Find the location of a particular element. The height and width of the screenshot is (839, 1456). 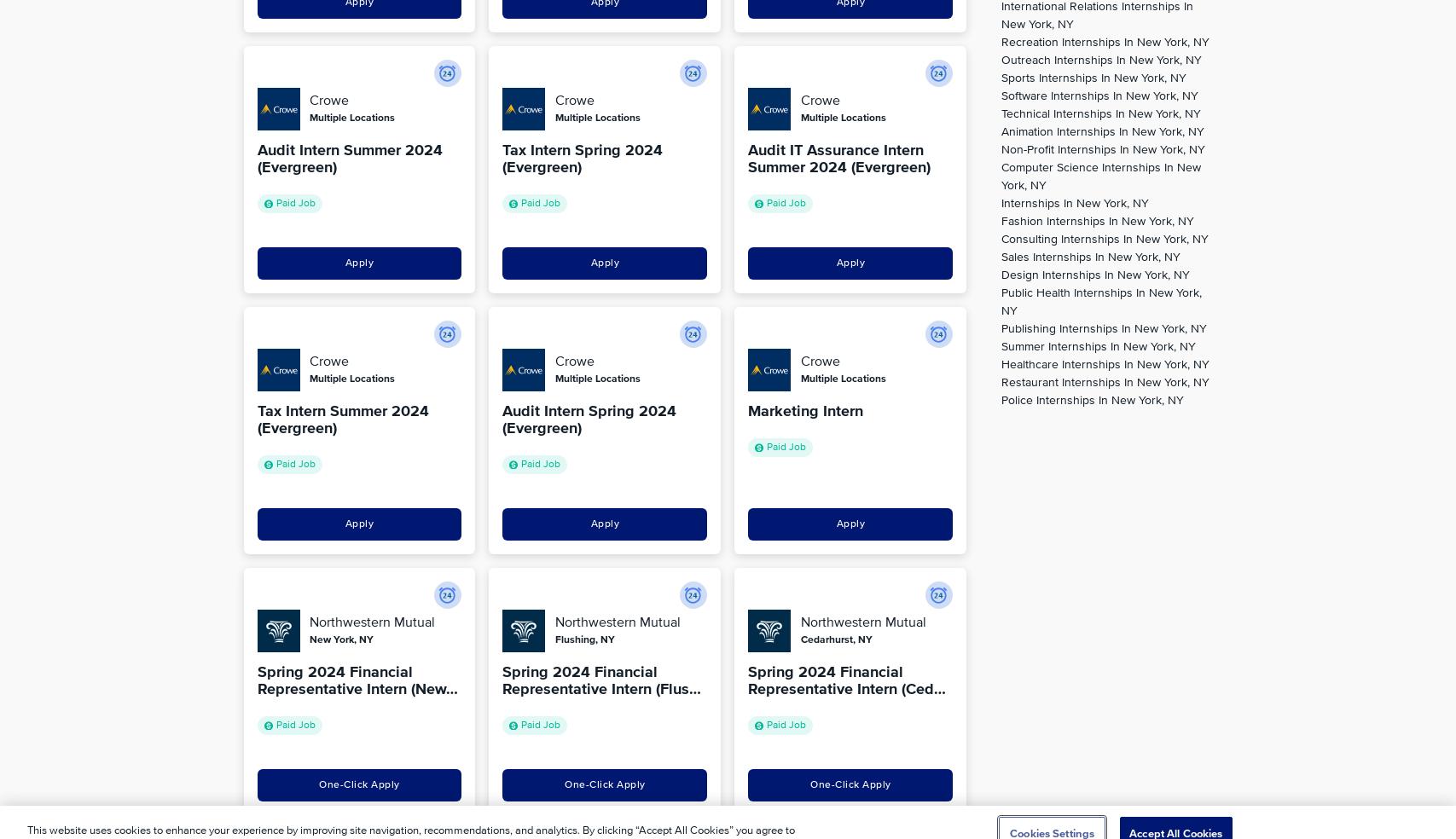

'Sports Internships in New York, NY' is located at coordinates (1092, 78).